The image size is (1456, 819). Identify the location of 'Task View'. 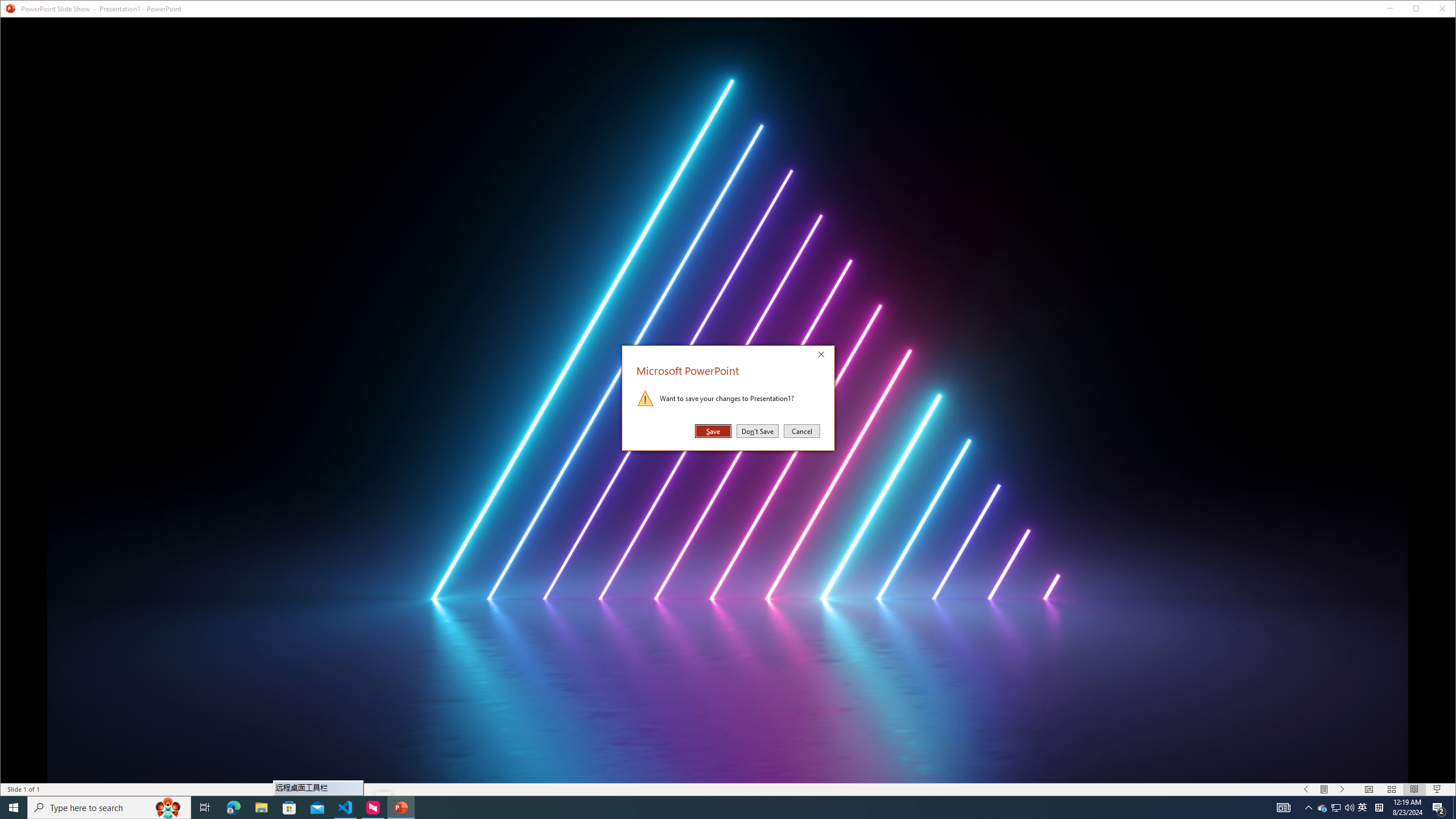
(204, 806).